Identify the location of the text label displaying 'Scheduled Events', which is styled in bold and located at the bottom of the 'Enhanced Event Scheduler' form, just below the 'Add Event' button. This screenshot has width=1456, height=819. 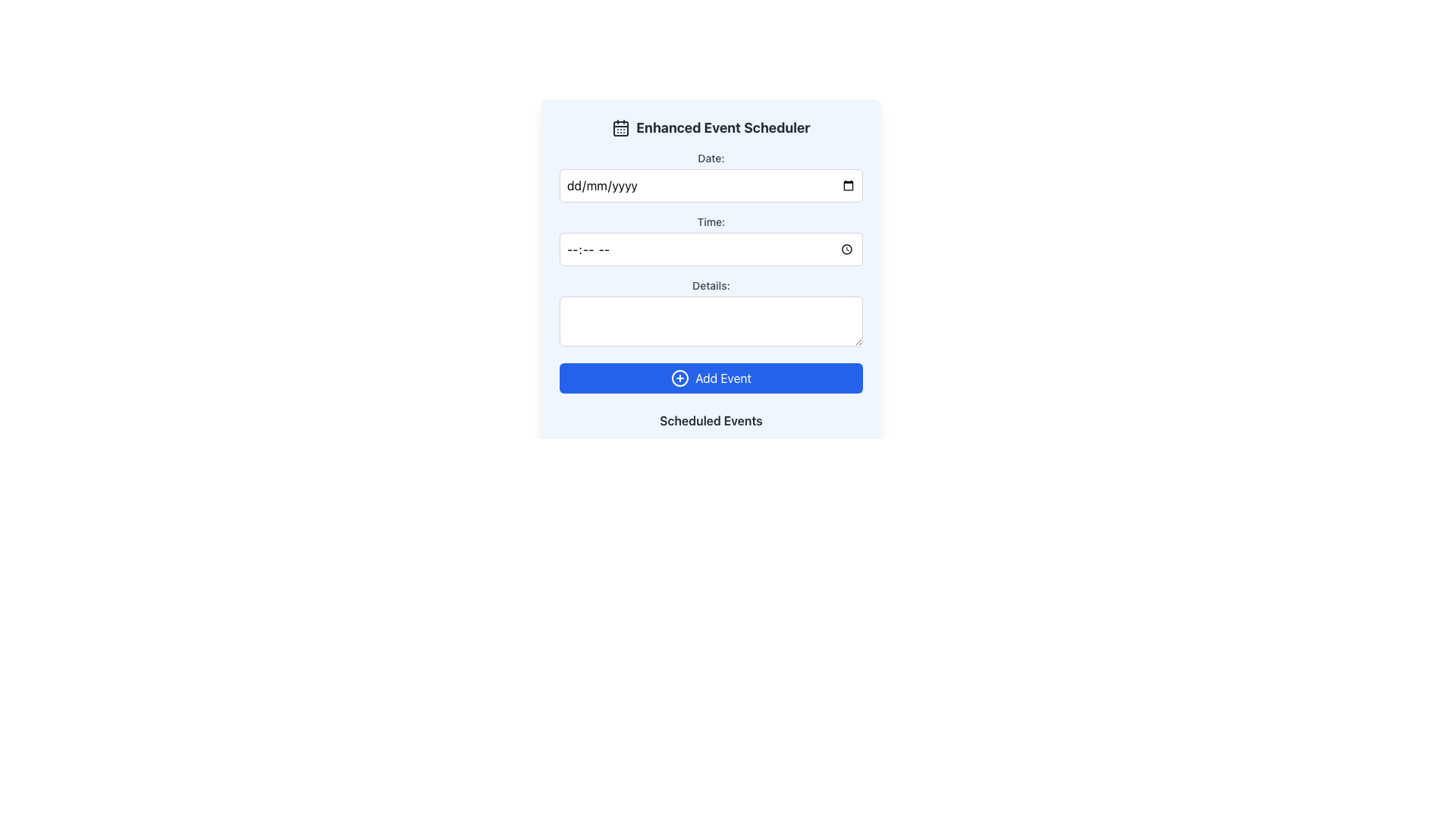
(710, 421).